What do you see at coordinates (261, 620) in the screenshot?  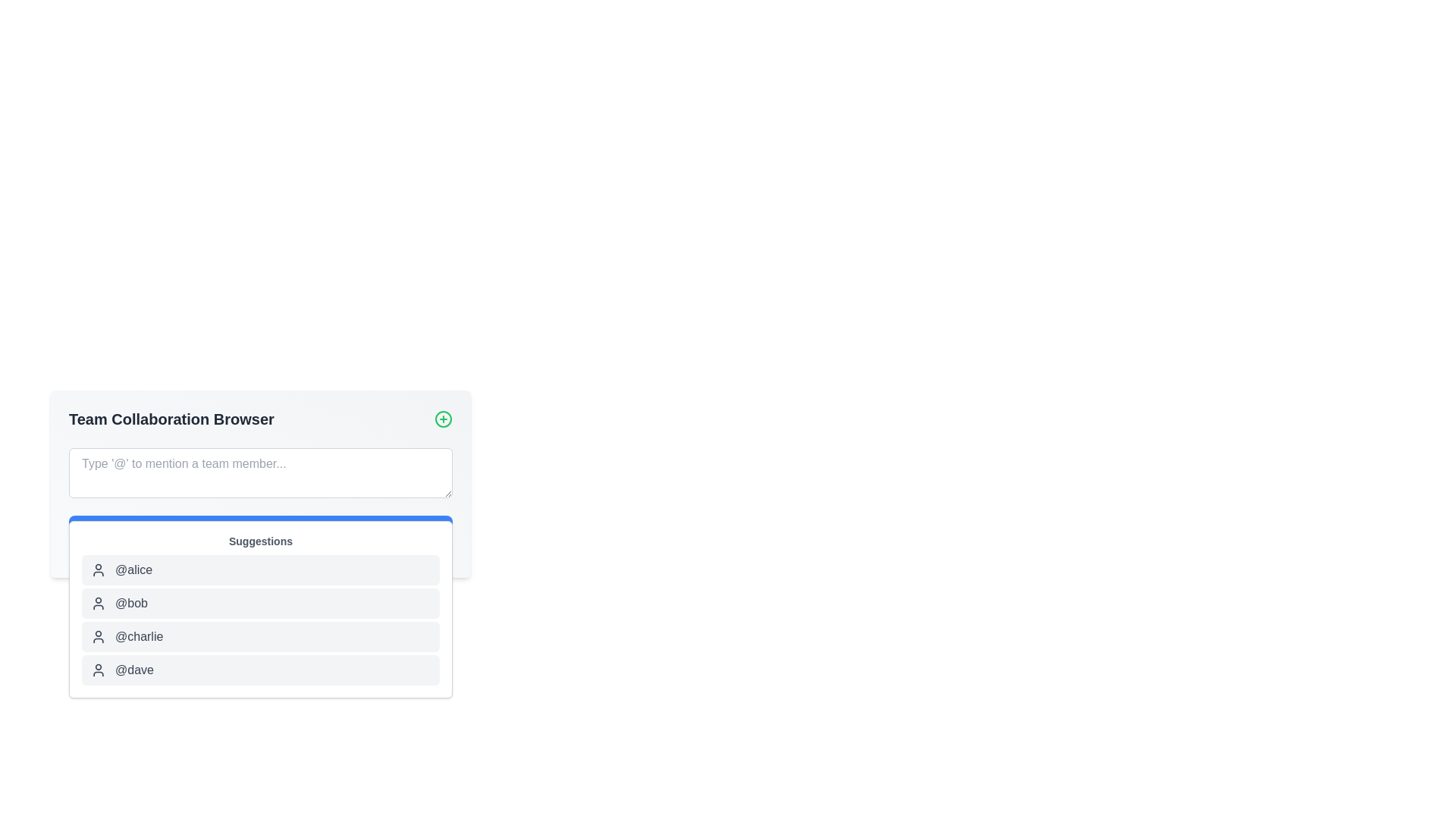 I see `the third username in the vertical list of usernames in the 'Suggestions' section` at bounding box center [261, 620].